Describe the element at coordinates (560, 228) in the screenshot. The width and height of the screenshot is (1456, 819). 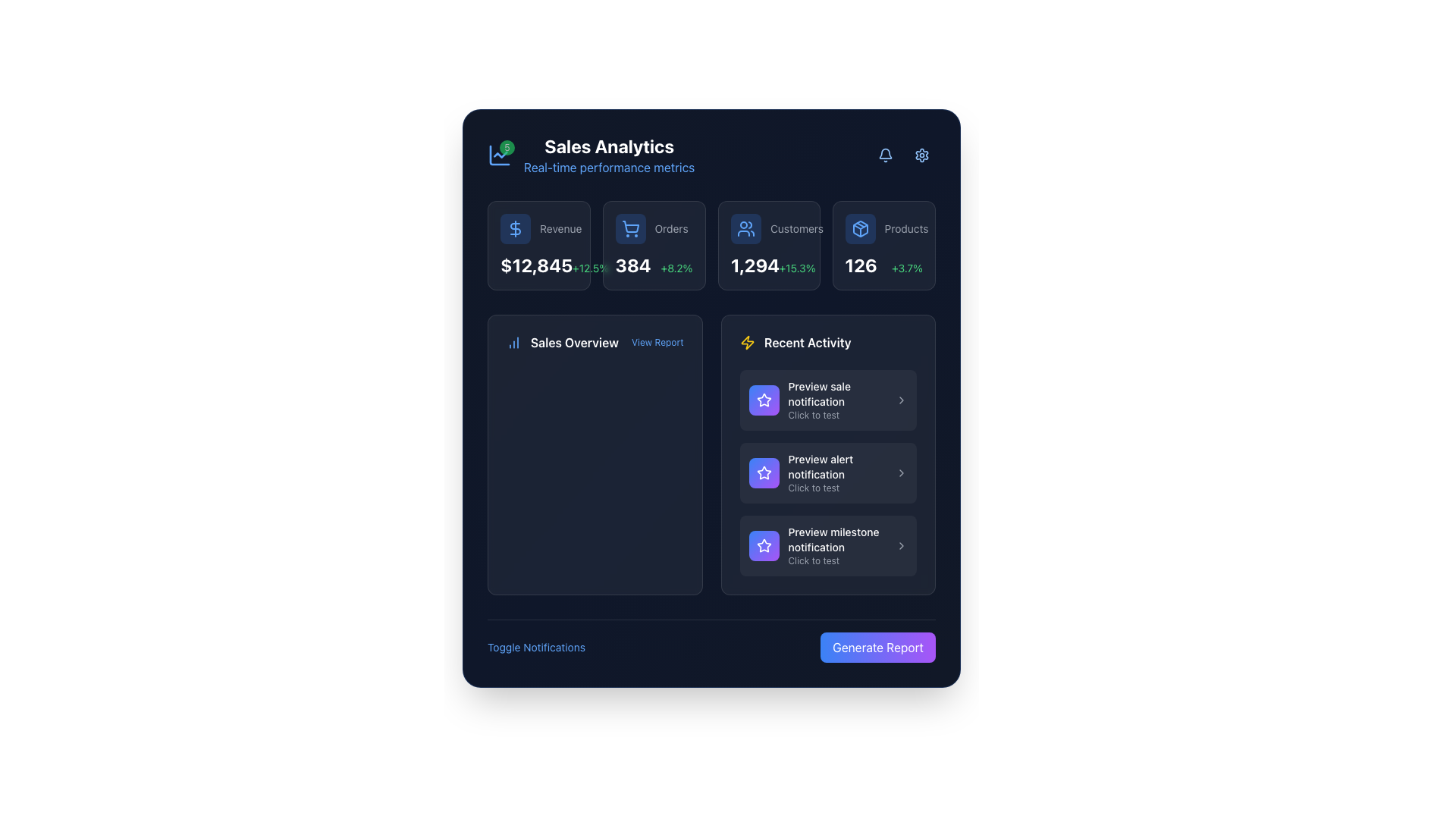
I see `the label positioned to the right of the dollar sign icon` at that location.